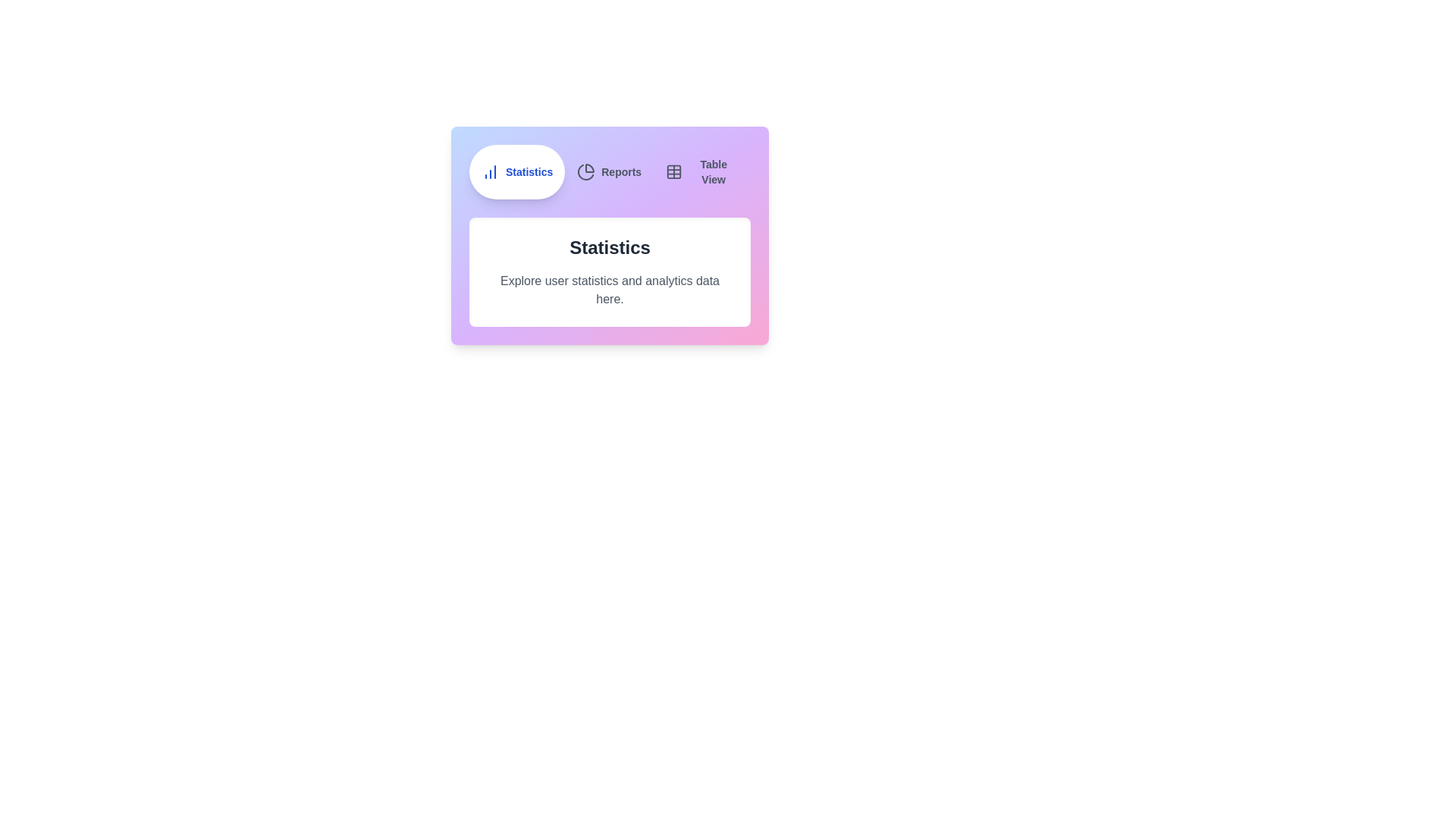 This screenshot has width=1456, height=819. I want to click on the icon of the tab labeled Table View, so click(673, 171).